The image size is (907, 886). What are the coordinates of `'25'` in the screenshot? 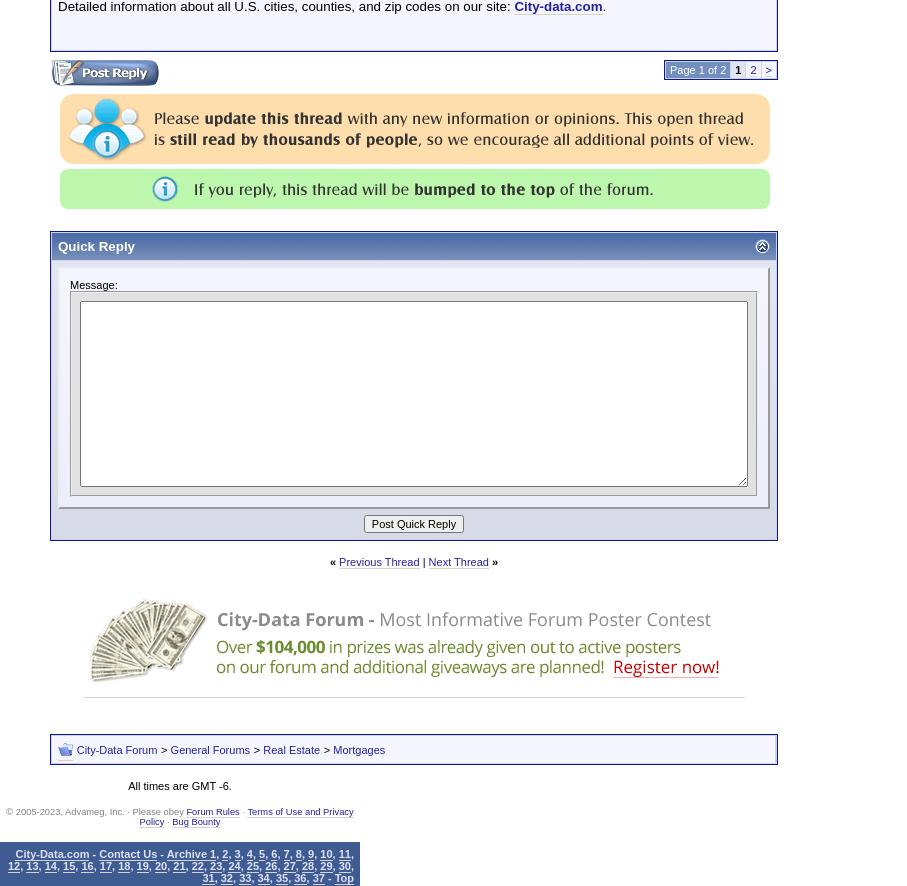 It's located at (251, 864).